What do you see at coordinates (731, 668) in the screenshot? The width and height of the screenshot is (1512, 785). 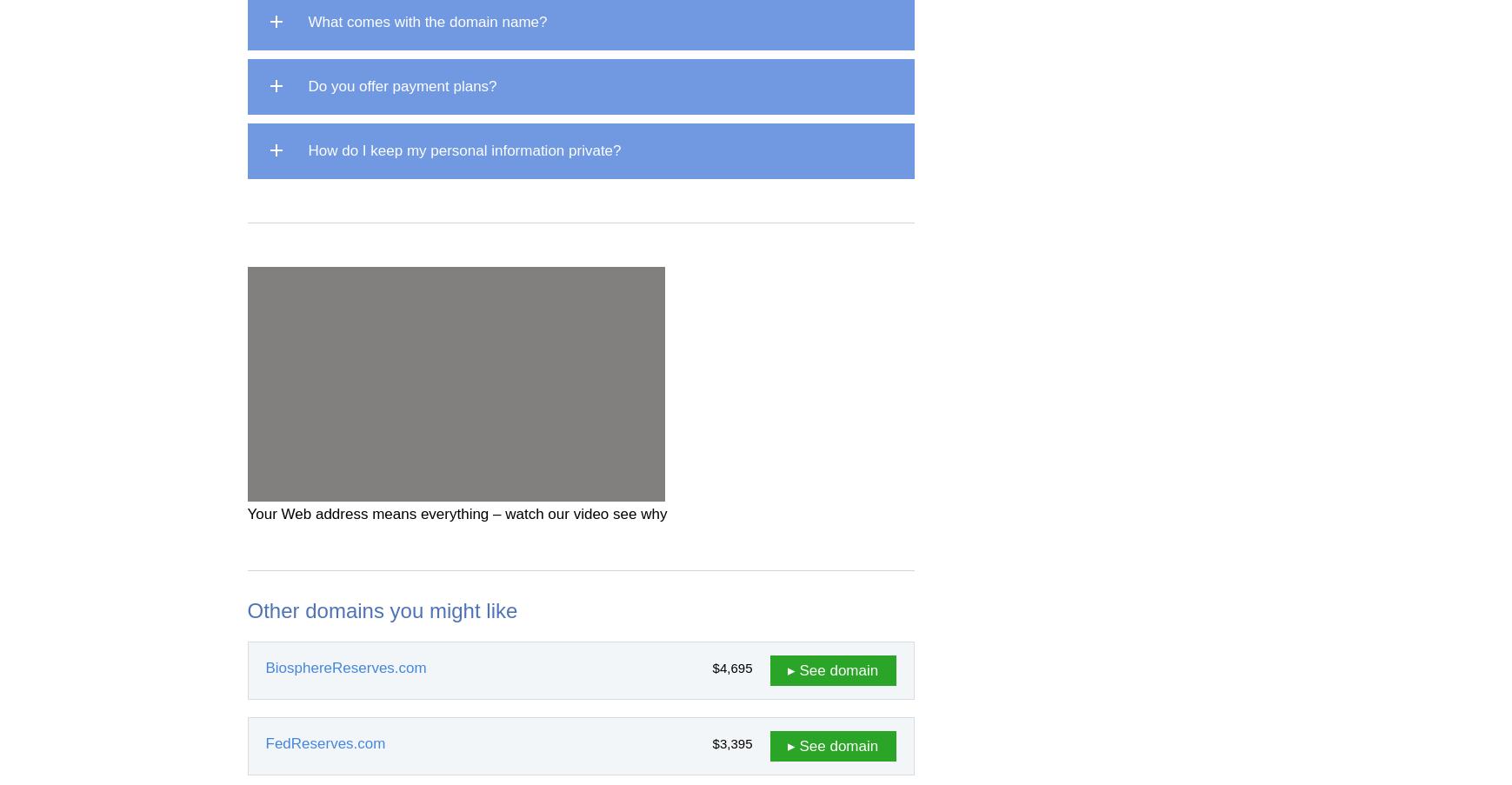 I see `'$4,695'` at bounding box center [731, 668].